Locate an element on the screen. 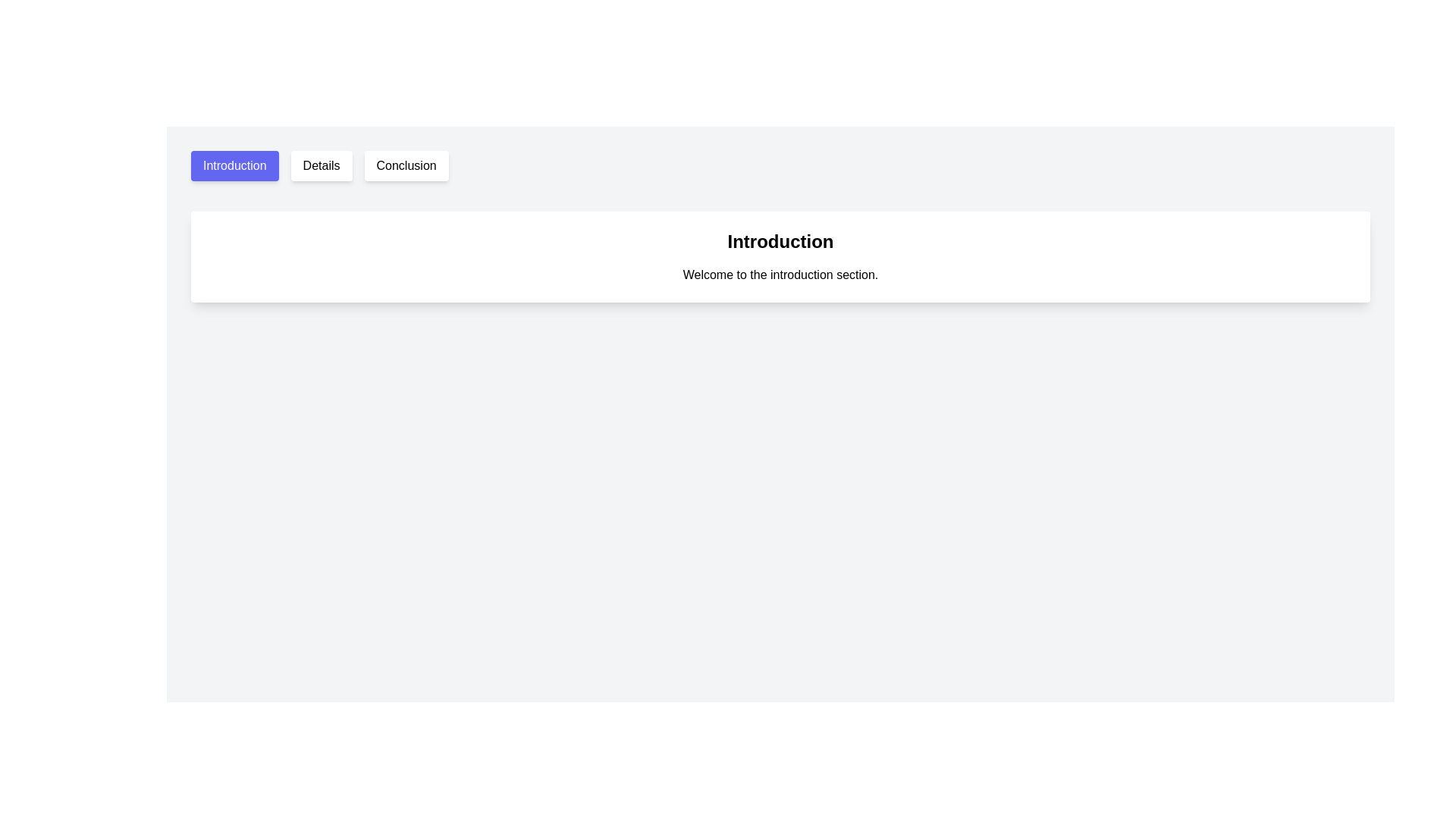 This screenshot has height=819, width=1456. static text that says 'Welcome to the introduction section.' which is located directly below the bold title 'Introduction' is located at coordinates (780, 275).